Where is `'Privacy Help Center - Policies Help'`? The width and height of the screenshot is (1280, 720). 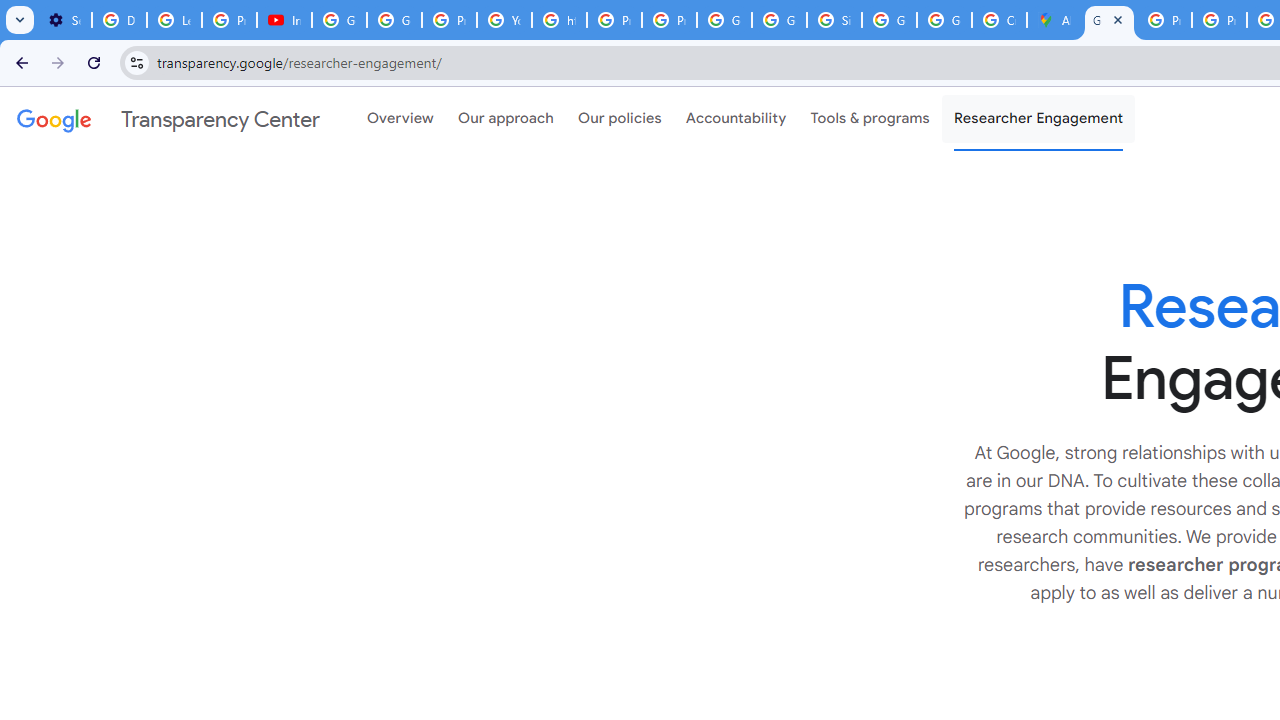
'Privacy Help Center - Policies Help' is located at coordinates (1164, 20).